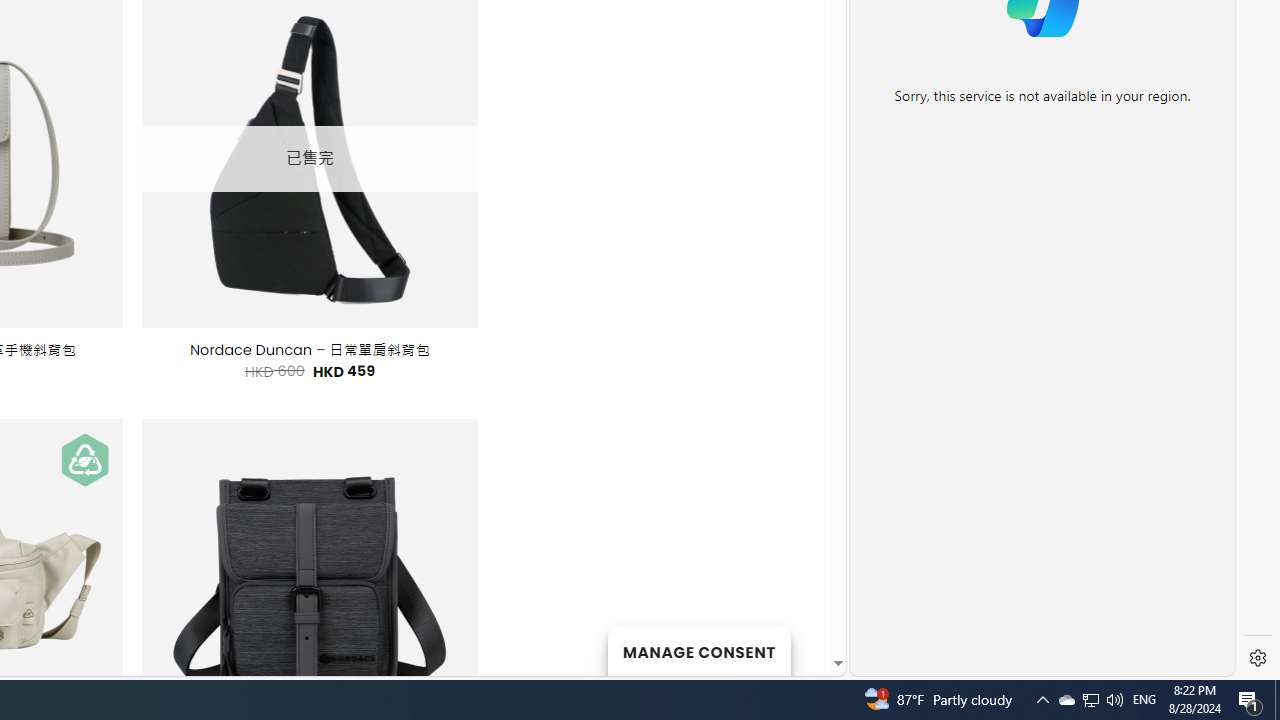 The image size is (1280, 720). What do you see at coordinates (698, 650) in the screenshot?
I see `'MANAGE CONSENT'` at bounding box center [698, 650].